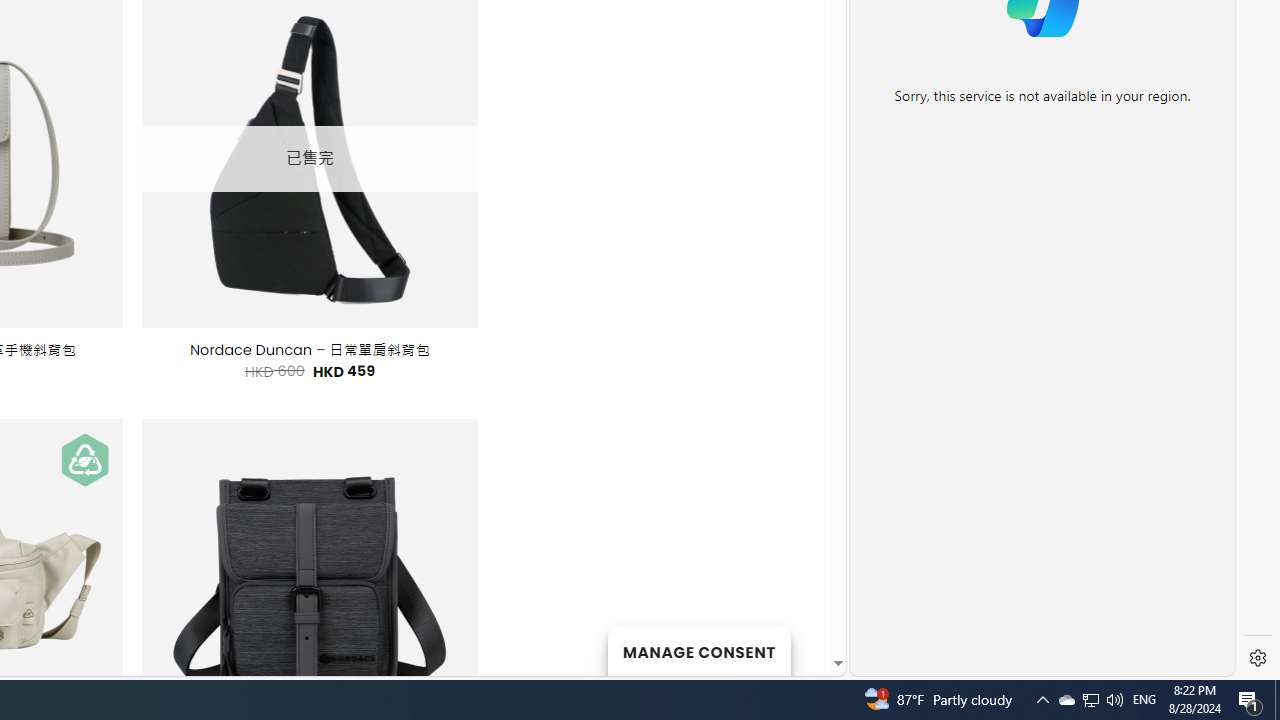 The image size is (1280, 720). What do you see at coordinates (698, 650) in the screenshot?
I see `'MANAGE CONSENT'` at bounding box center [698, 650].